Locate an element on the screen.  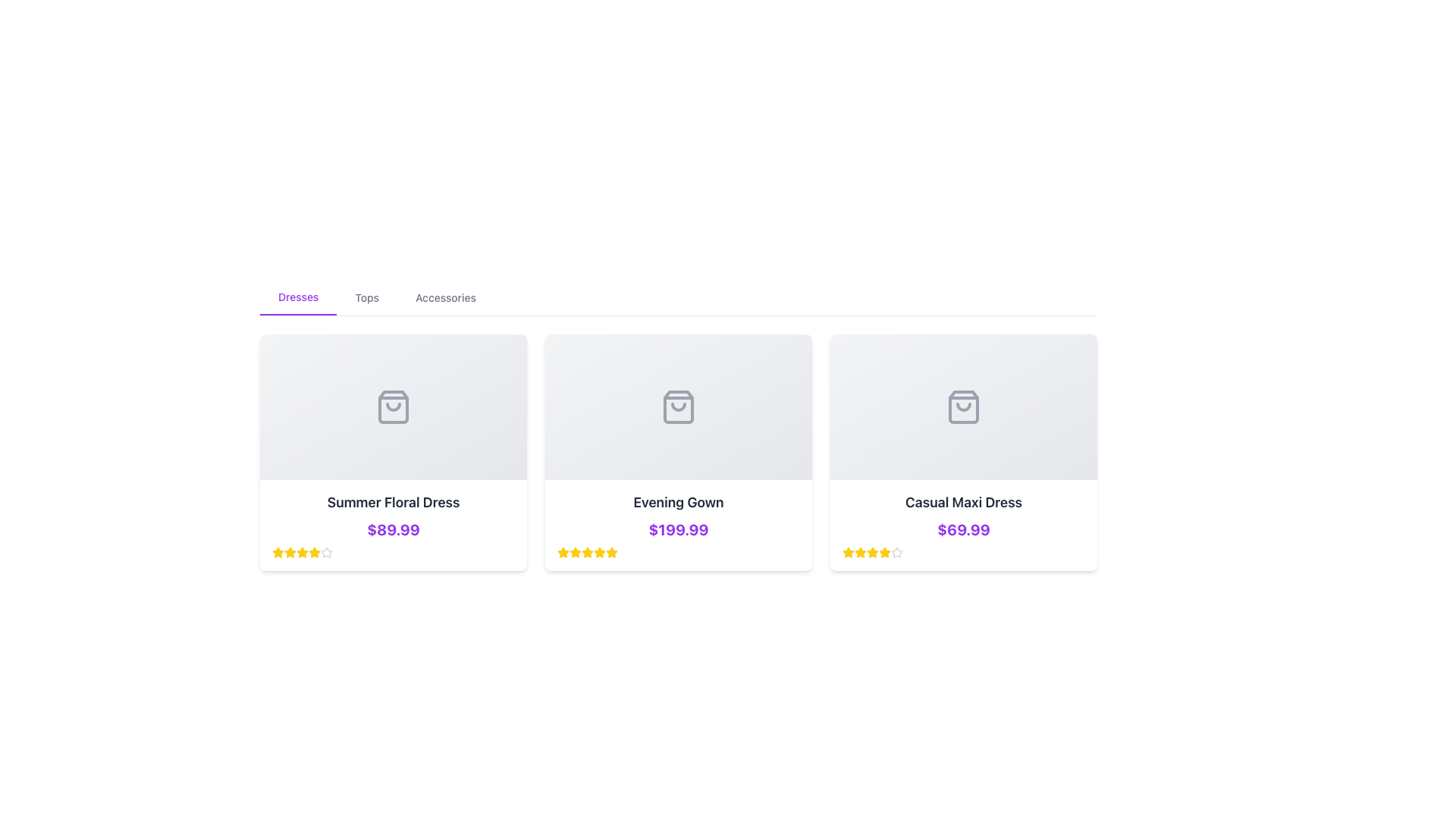
the circular button with a heart-shaped outline in the popover overlay at the top-right section of the third card to mark the item as favorite is located at coordinates (943, 452).